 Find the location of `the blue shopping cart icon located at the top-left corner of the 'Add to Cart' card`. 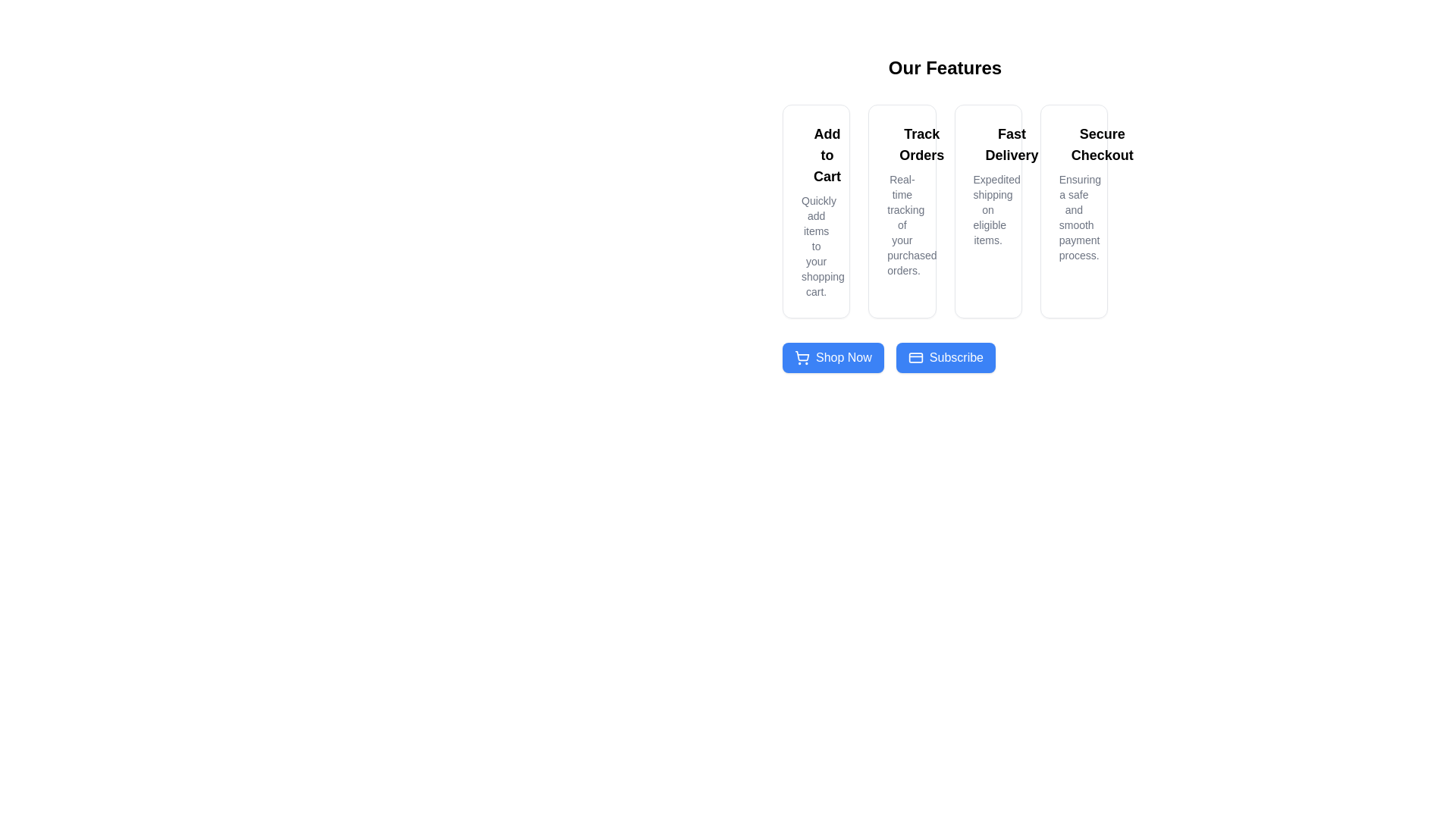

the blue shopping cart icon located at the top-left corner of the 'Add to Cart' card is located at coordinates (810, 149).